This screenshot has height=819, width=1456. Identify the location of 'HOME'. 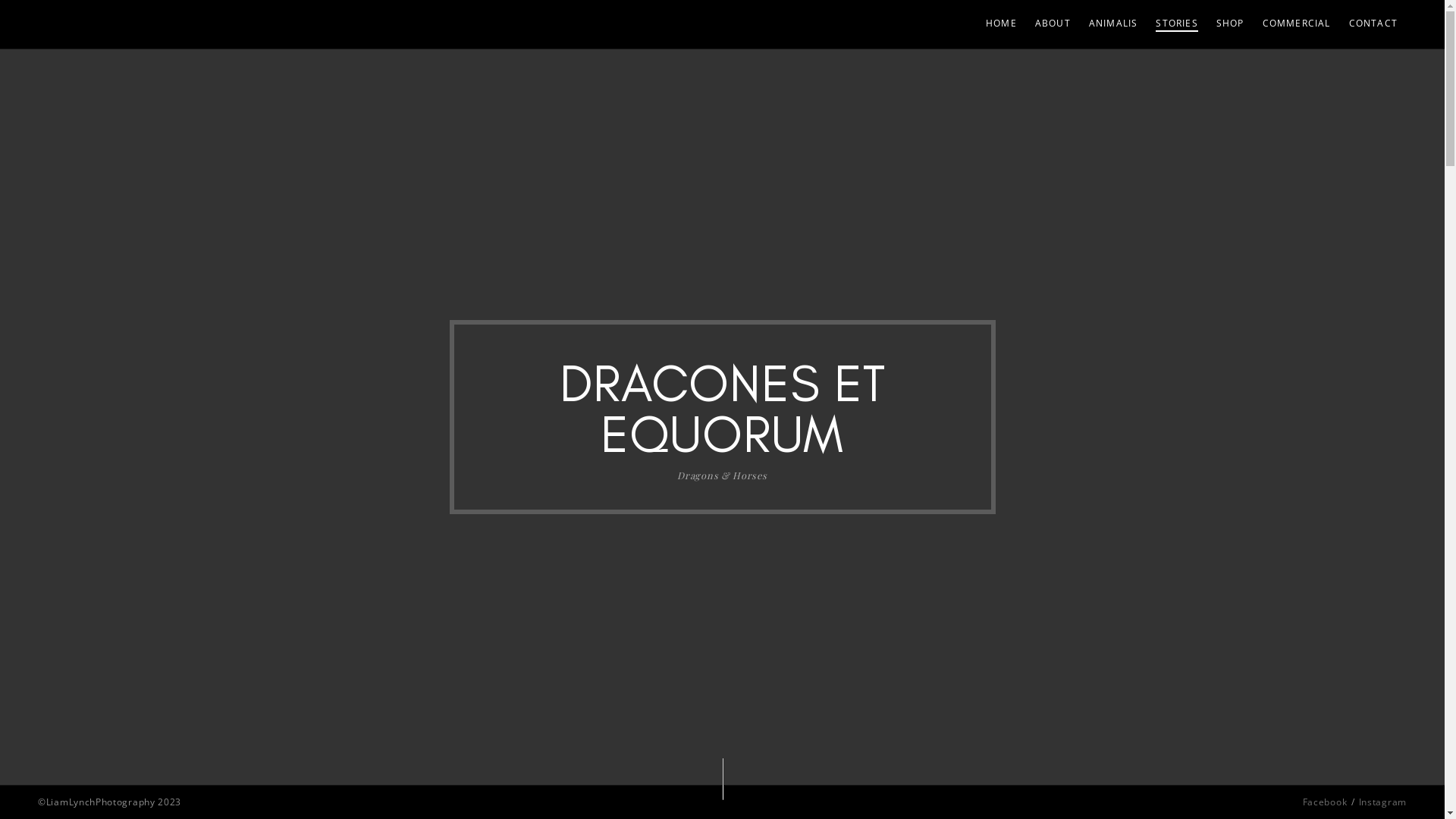
(1001, 24).